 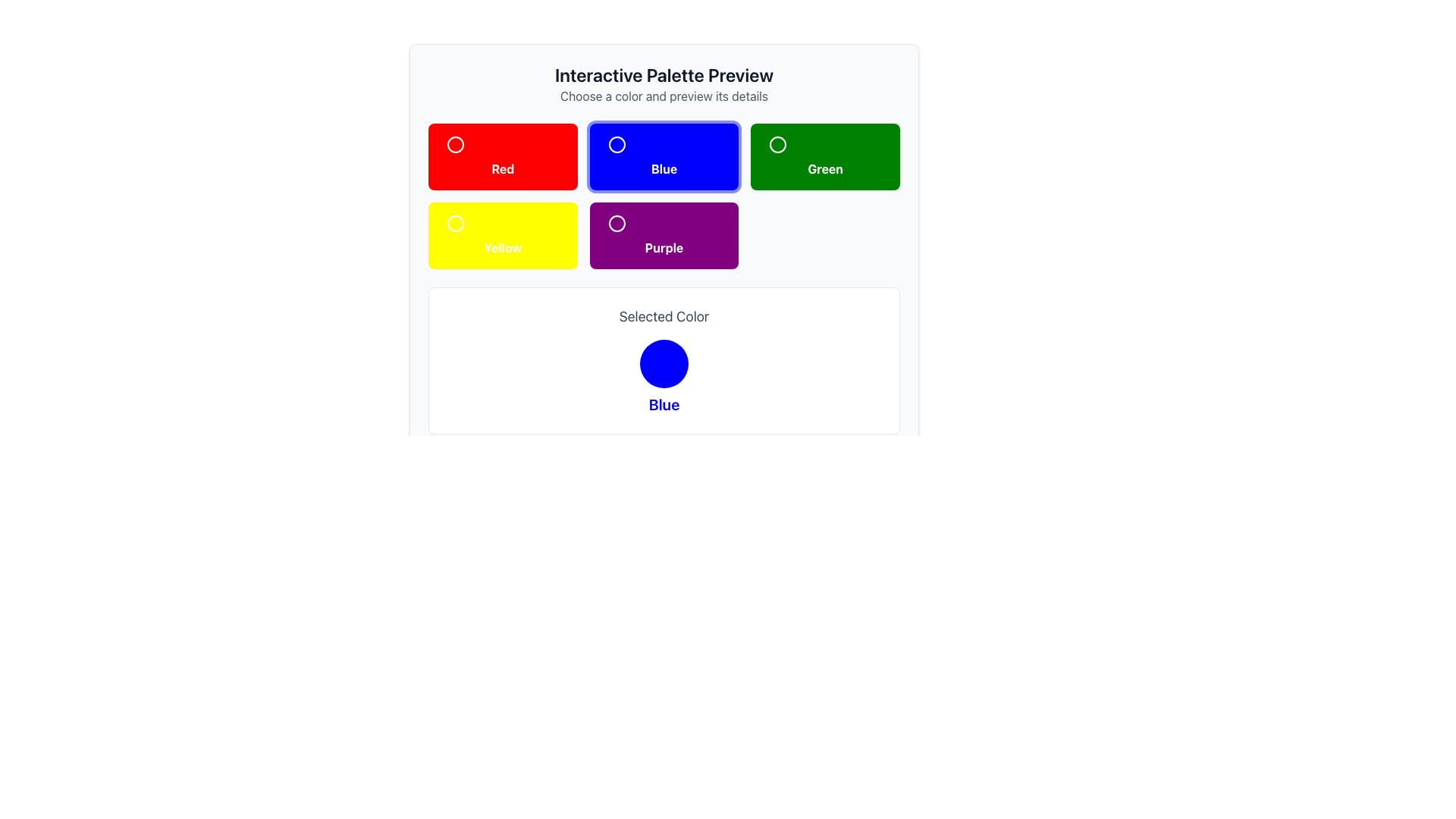 What do you see at coordinates (664, 96) in the screenshot?
I see `static text label located in the header section, which provides instructions on selecting a color for the Interactive Palette Preview` at bounding box center [664, 96].